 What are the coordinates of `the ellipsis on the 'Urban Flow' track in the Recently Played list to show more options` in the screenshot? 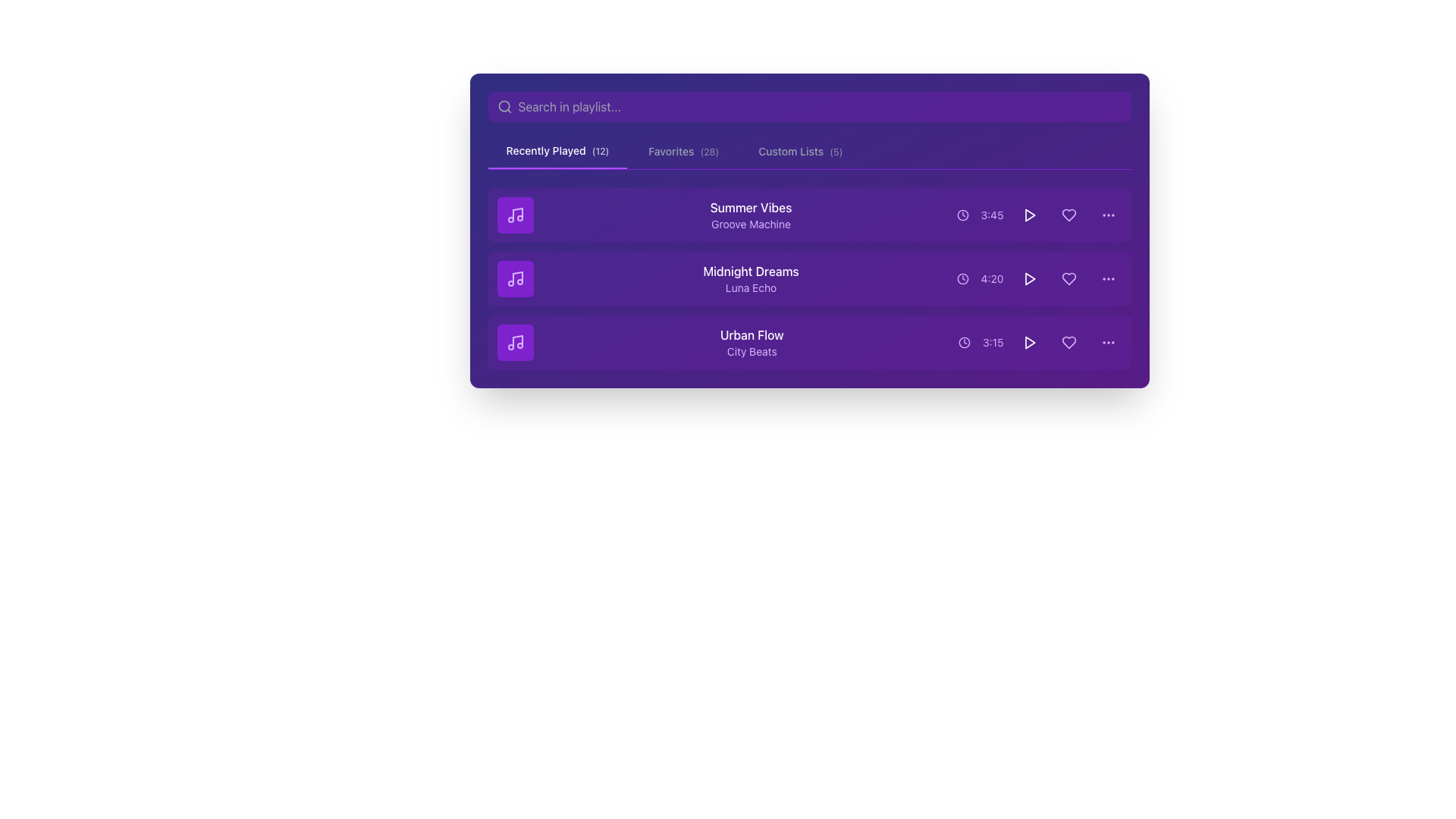 It's located at (808, 342).